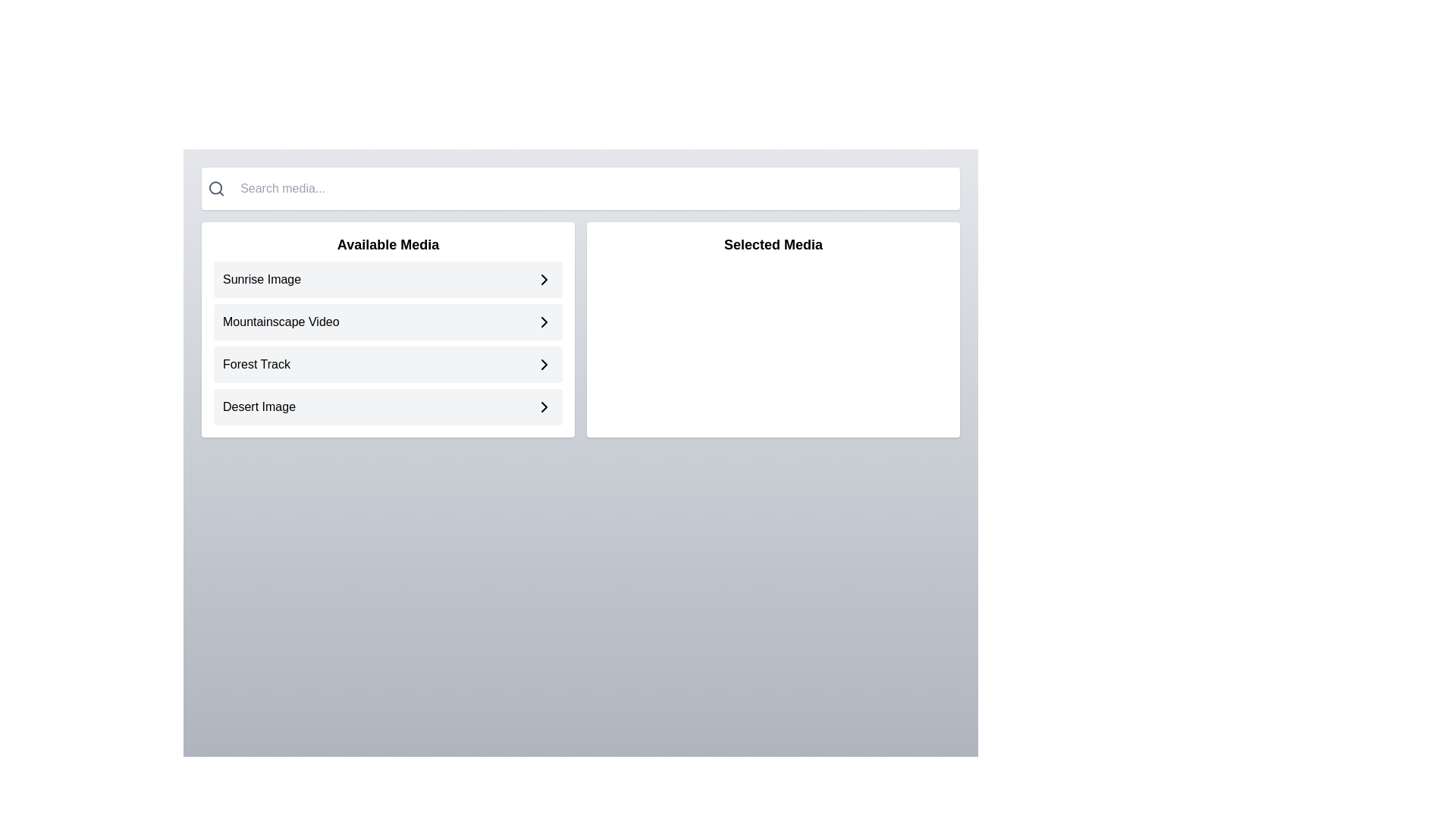 The width and height of the screenshot is (1456, 819). What do you see at coordinates (281, 321) in the screenshot?
I see `the text label in the second row under the 'Available Media' section, which displays the name of a media item` at bounding box center [281, 321].